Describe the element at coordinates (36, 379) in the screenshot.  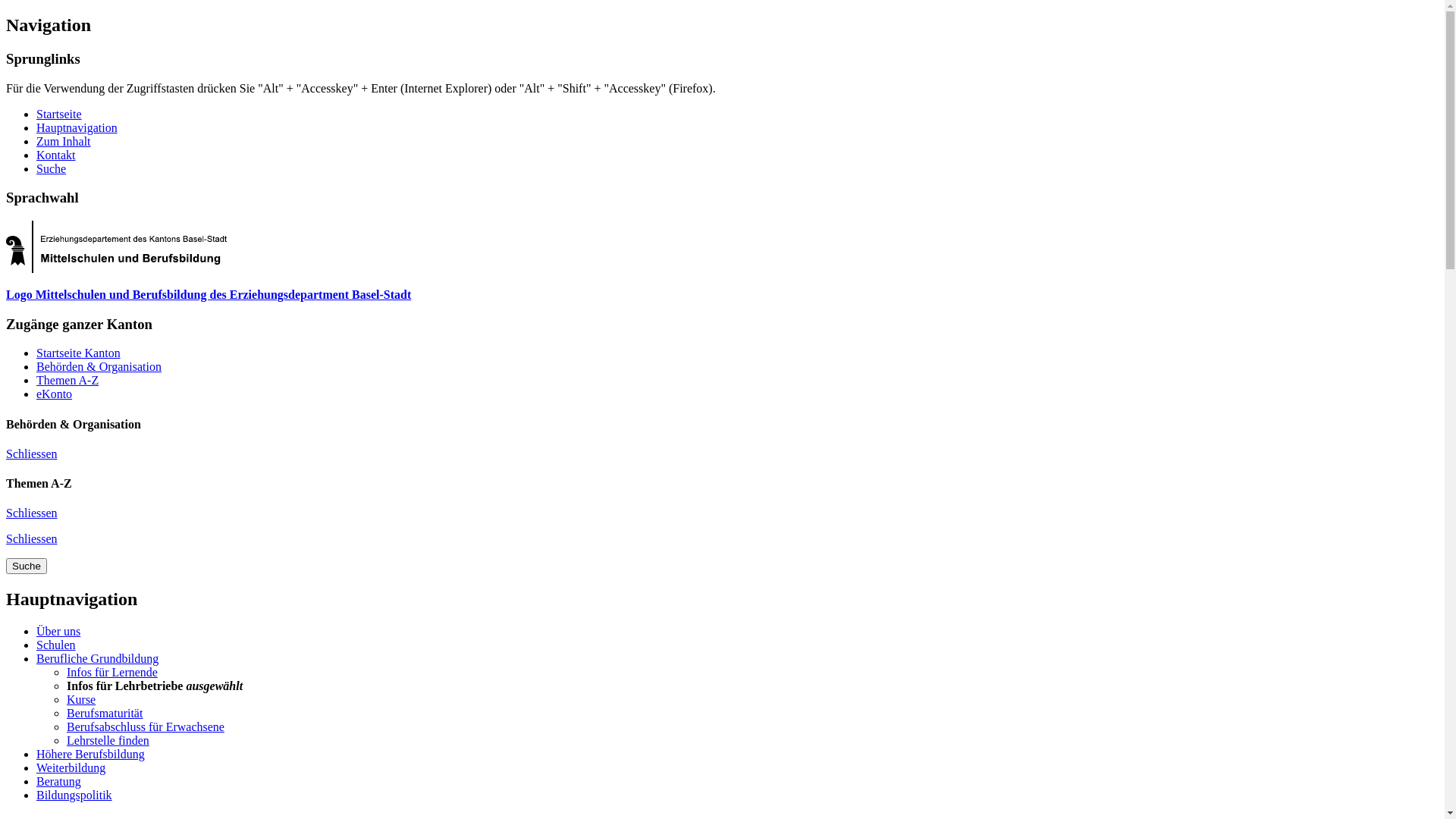
I see `'Themen A-Z'` at that location.